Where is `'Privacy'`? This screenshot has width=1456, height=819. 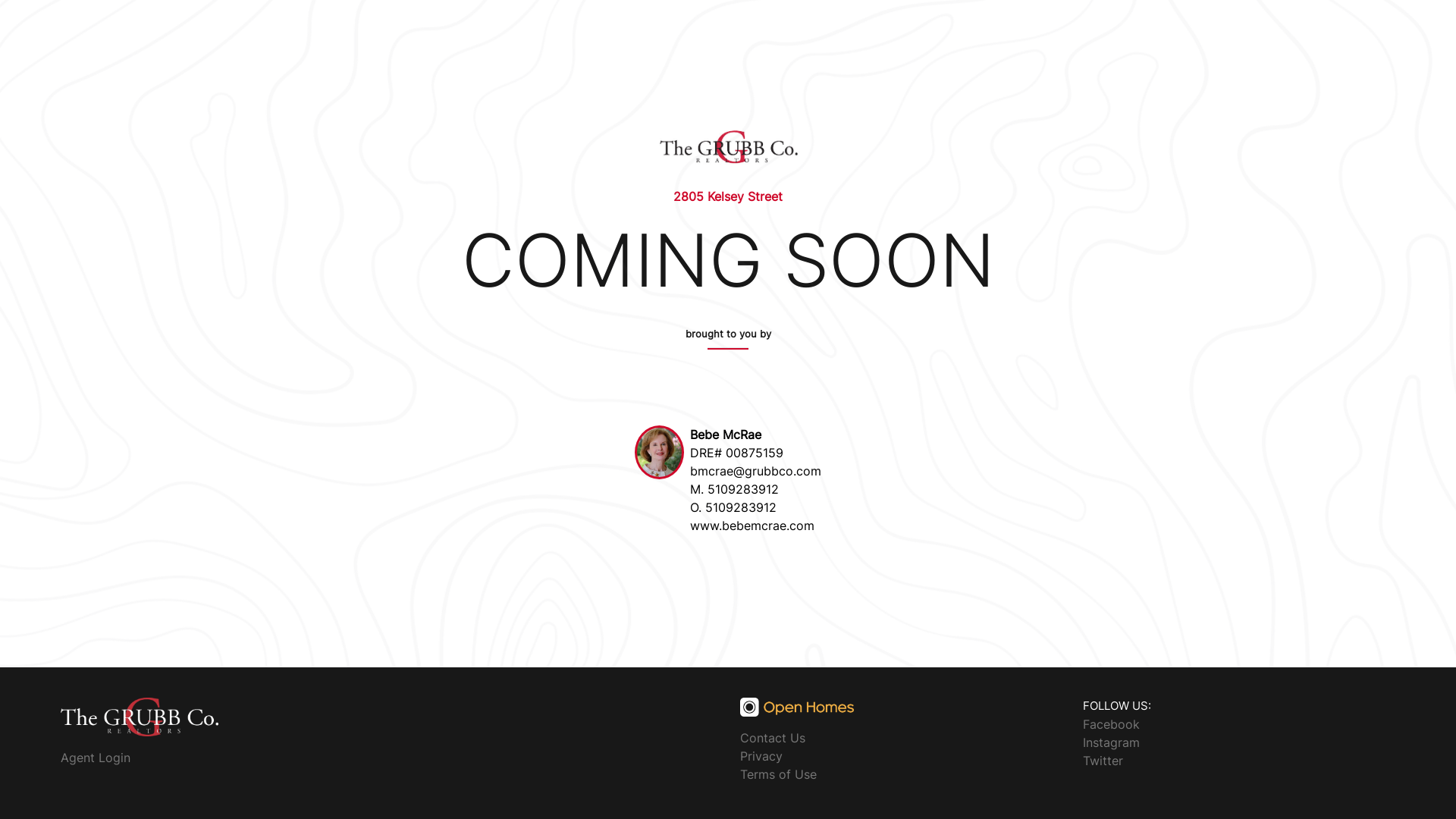
'Privacy' is located at coordinates (761, 755).